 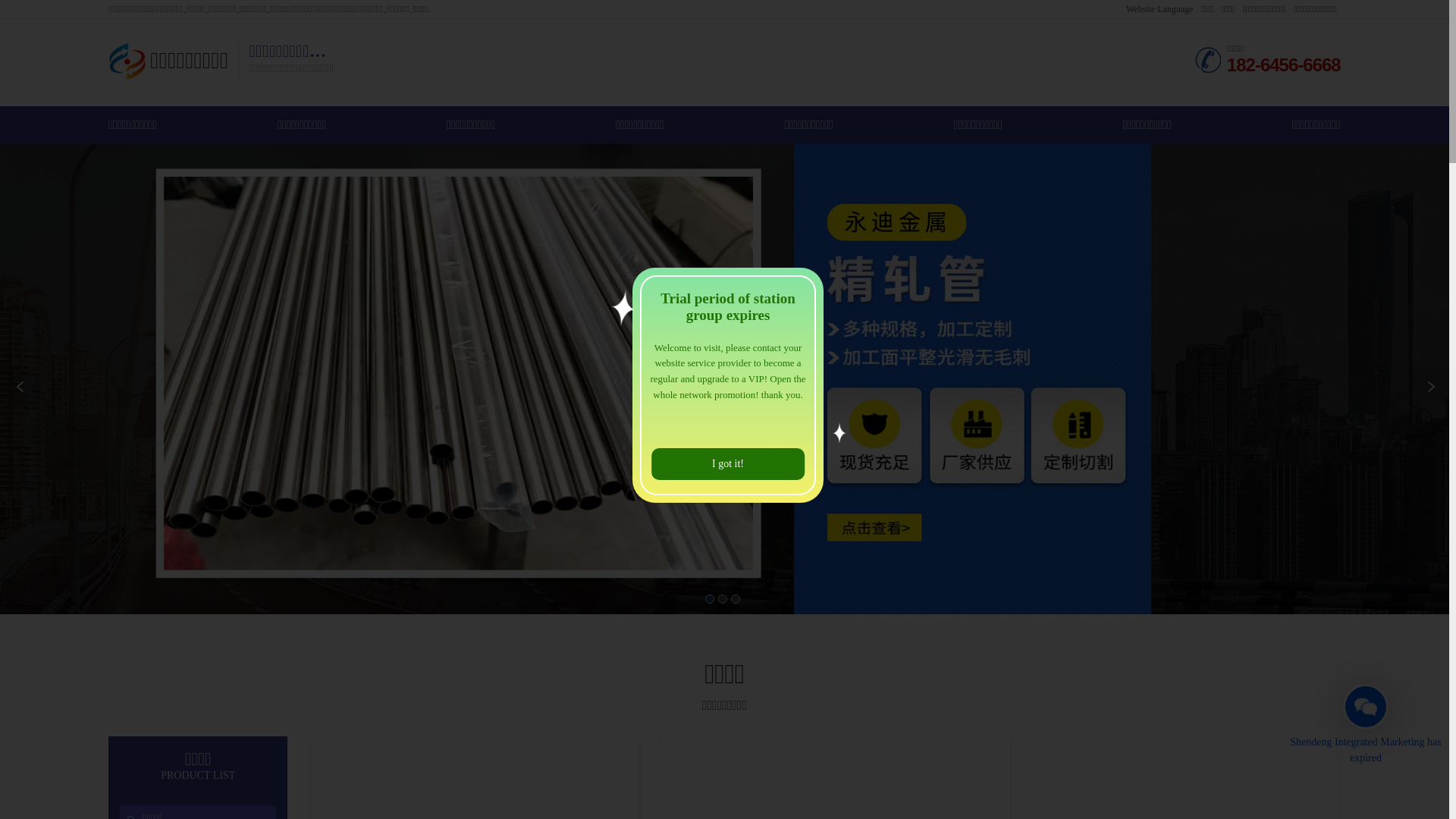 I want to click on 'I got it!', so click(x=651, y=463).